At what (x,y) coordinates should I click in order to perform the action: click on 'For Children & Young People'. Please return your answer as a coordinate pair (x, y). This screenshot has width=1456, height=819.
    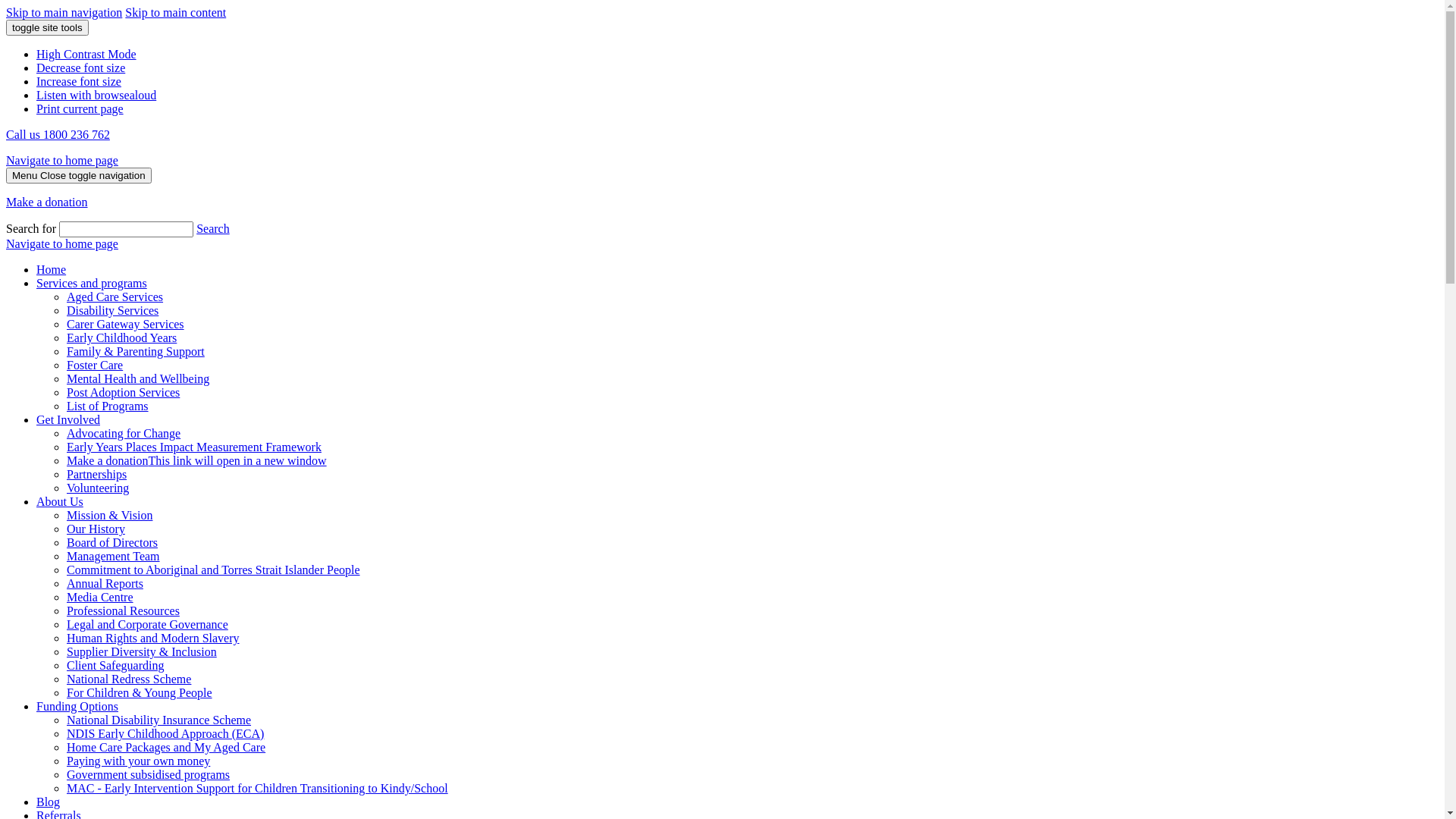
    Looking at the image, I should click on (139, 692).